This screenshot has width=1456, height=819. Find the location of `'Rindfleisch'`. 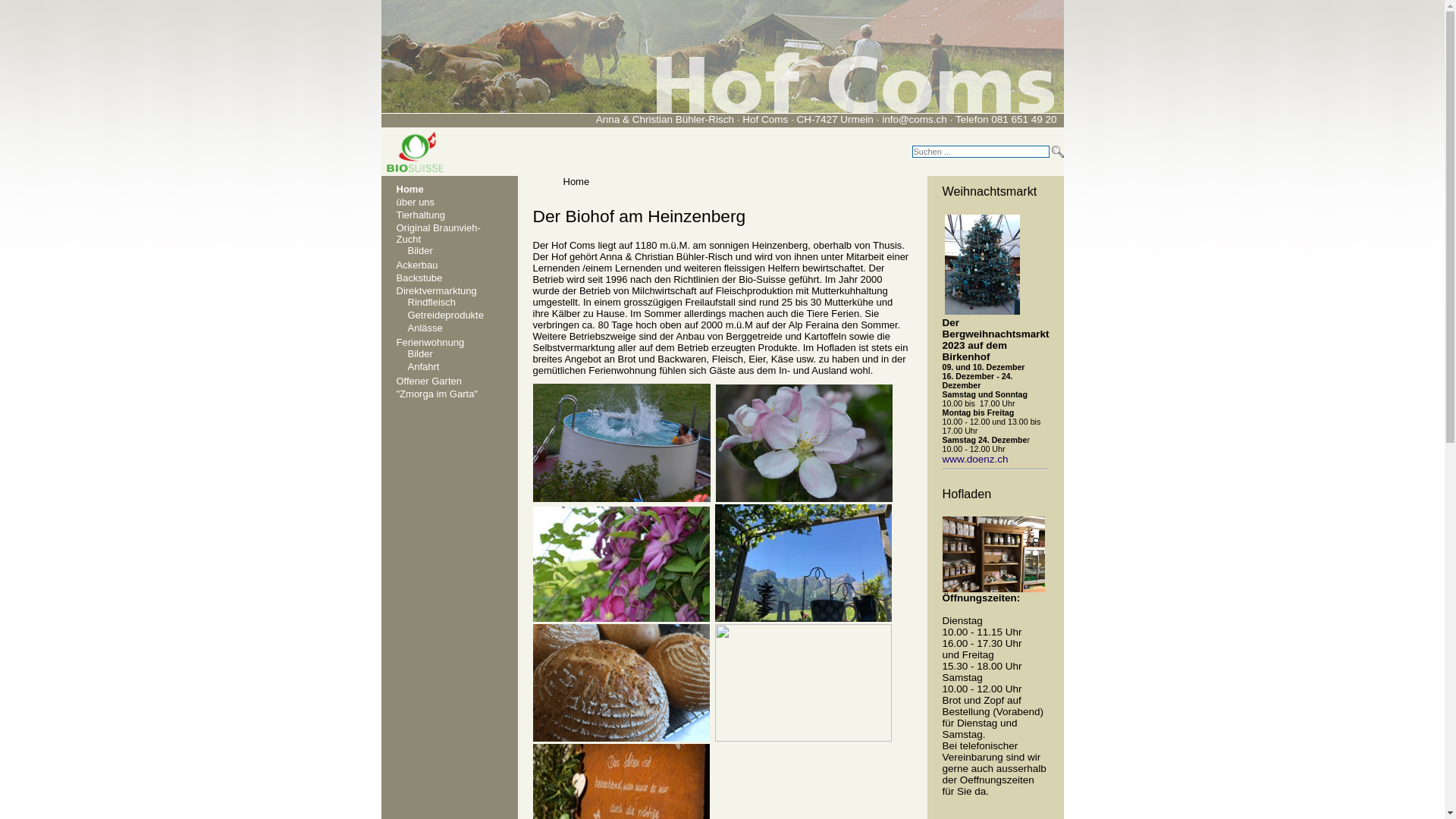

'Rindfleisch' is located at coordinates (431, 302).